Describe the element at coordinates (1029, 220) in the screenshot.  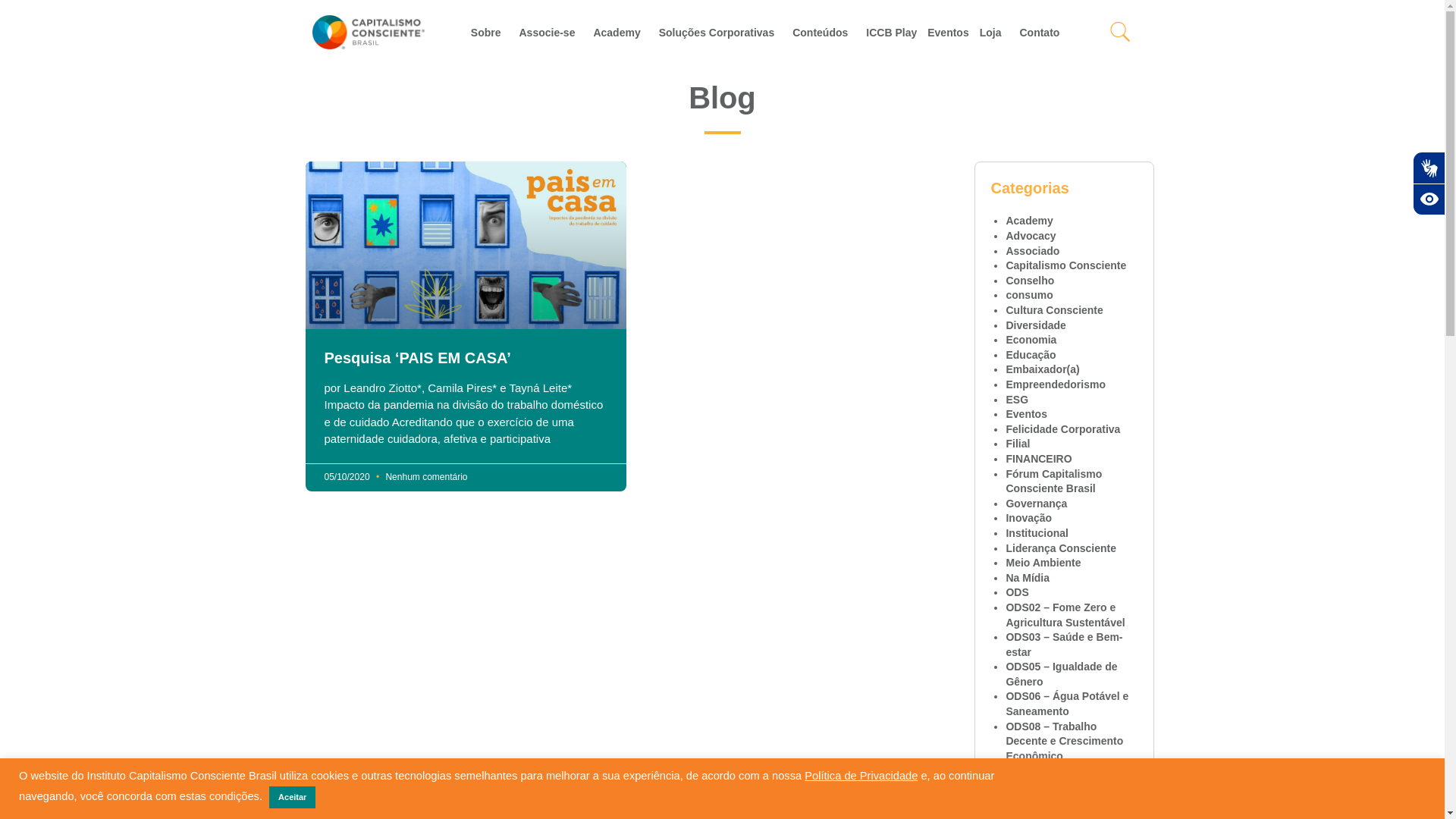
I see `'Academy'` at that location.